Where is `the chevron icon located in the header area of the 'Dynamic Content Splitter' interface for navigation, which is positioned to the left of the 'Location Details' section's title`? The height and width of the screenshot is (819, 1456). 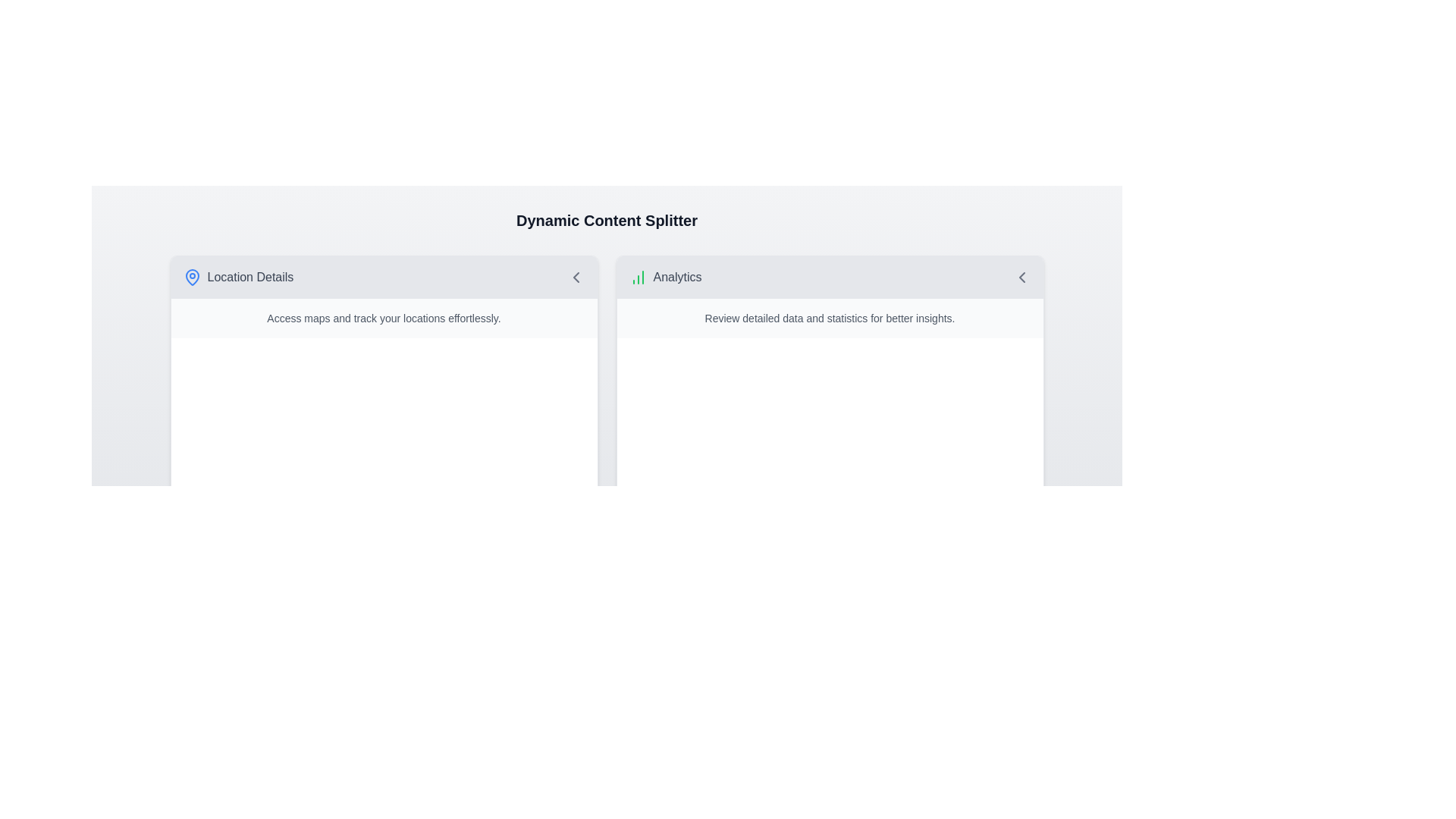 the chevron icon located in the header area of the 'Dynamic Content Splitter' interface for navigation, which is positioned to the left of the 'Location Details' section's title is located at coordinates (575, 278).